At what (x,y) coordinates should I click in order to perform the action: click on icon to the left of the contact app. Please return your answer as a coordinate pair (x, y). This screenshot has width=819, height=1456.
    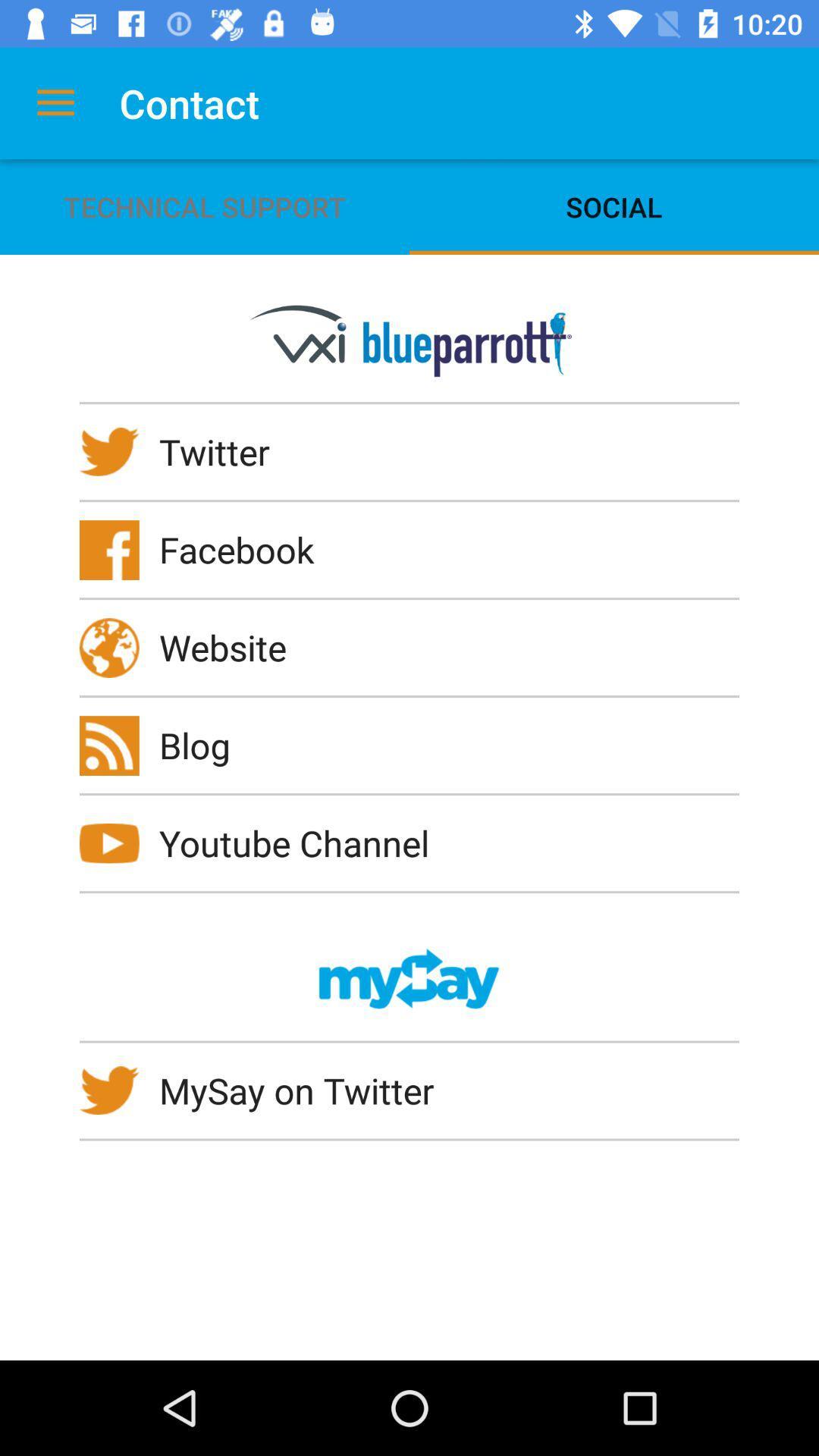
    Looking at the image, I should click on (55, 102).